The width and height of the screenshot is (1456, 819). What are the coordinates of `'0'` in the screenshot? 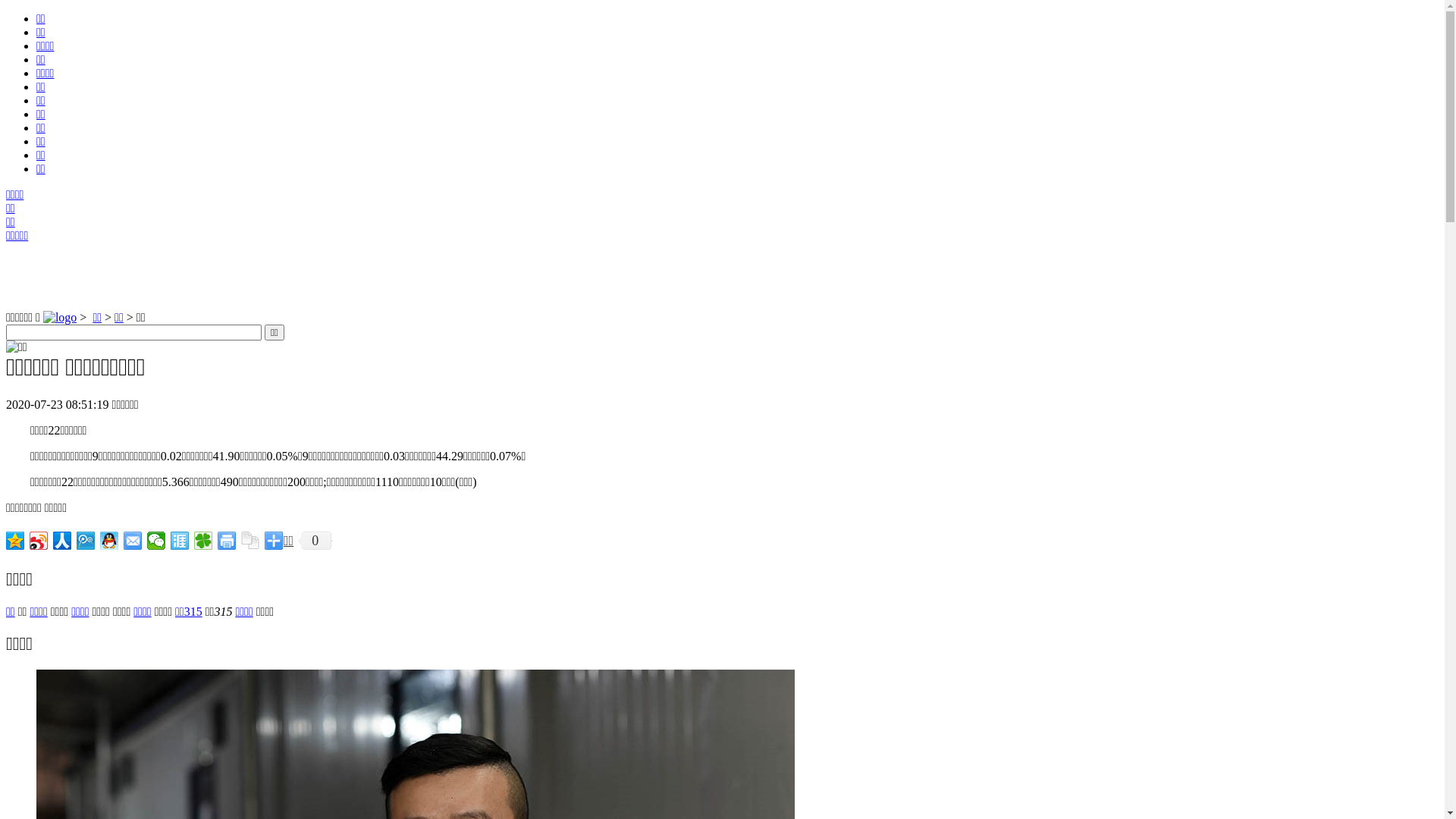 It's located at (298, 540).